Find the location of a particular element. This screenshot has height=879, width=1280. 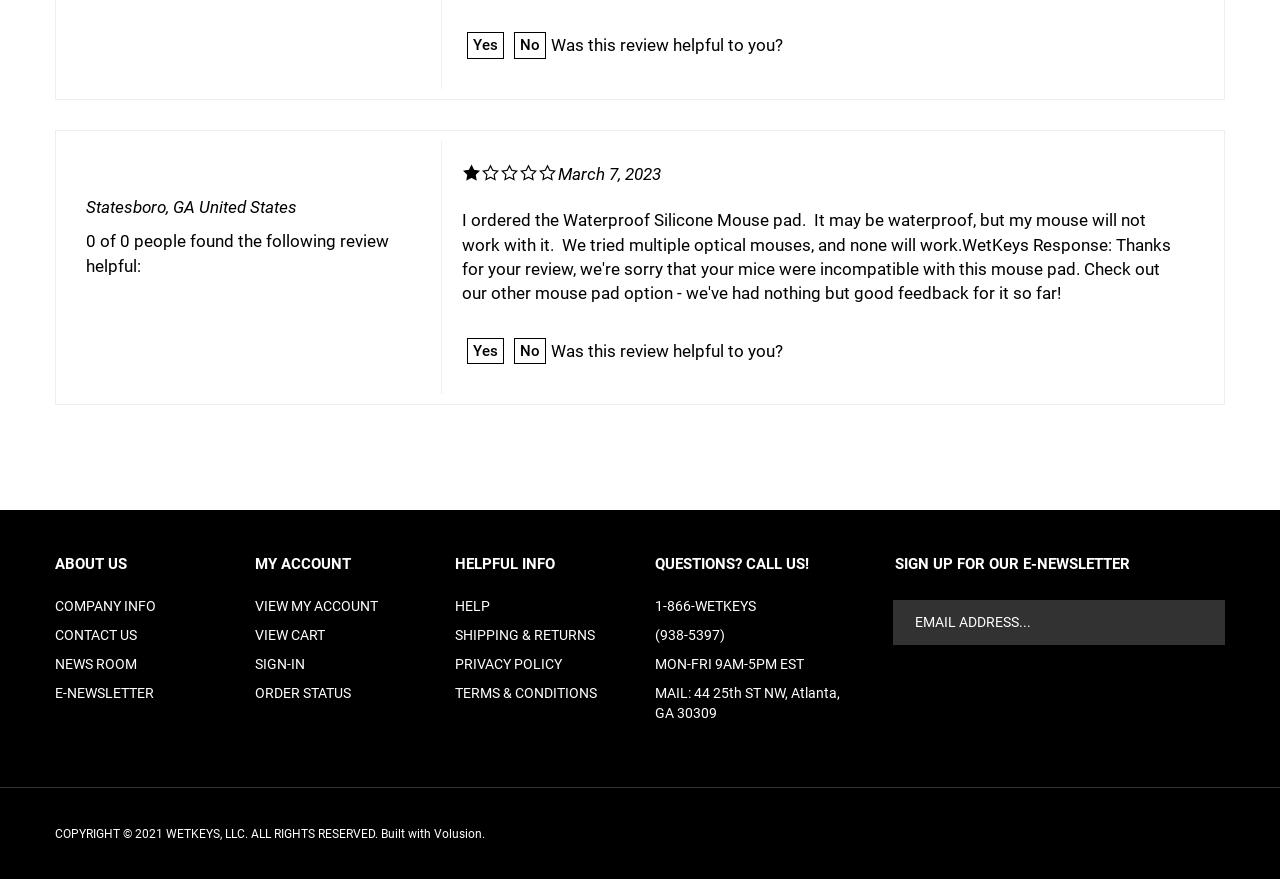

'HELP' is located at coordinates (471, 605).